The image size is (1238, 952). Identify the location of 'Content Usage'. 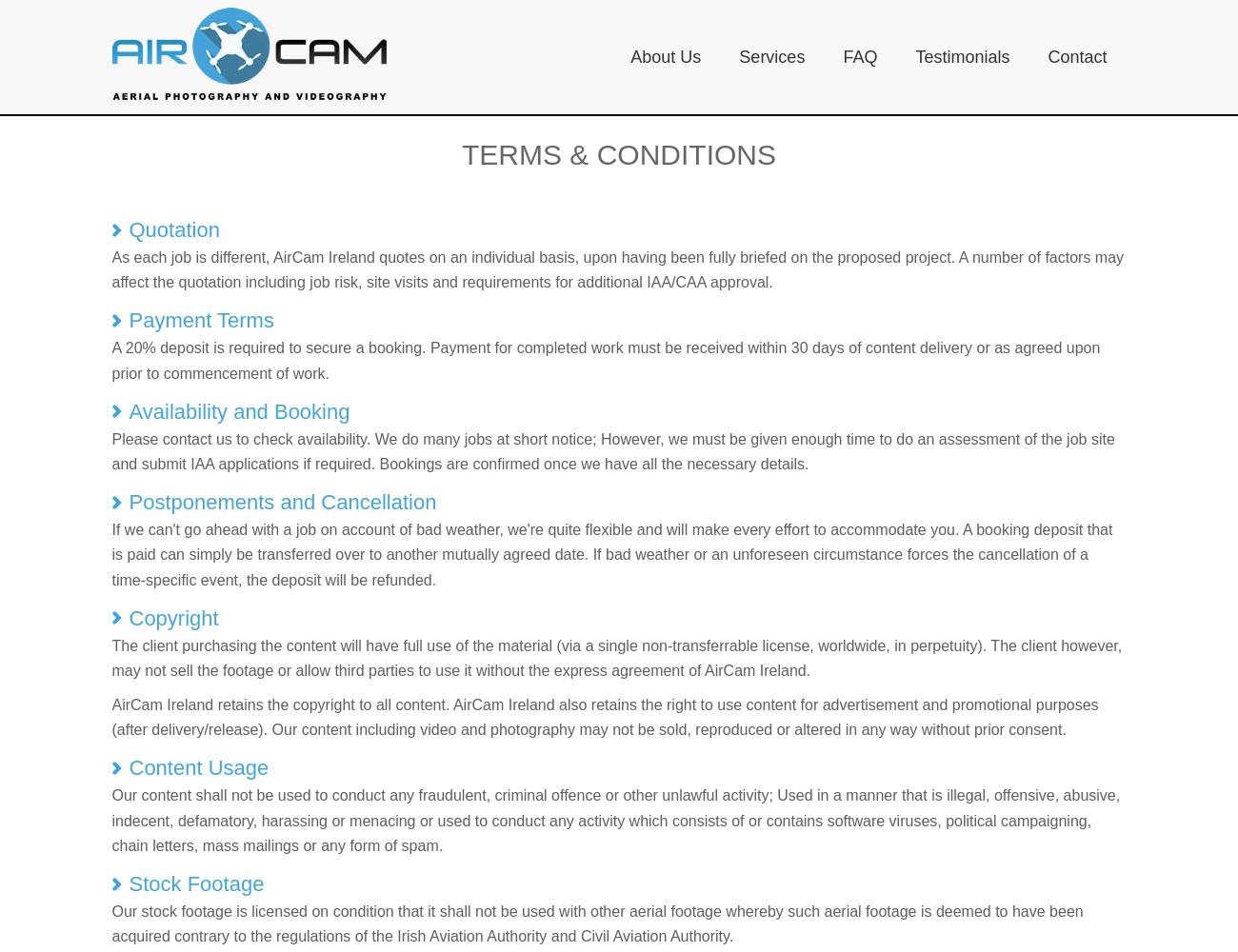
(198, 767).